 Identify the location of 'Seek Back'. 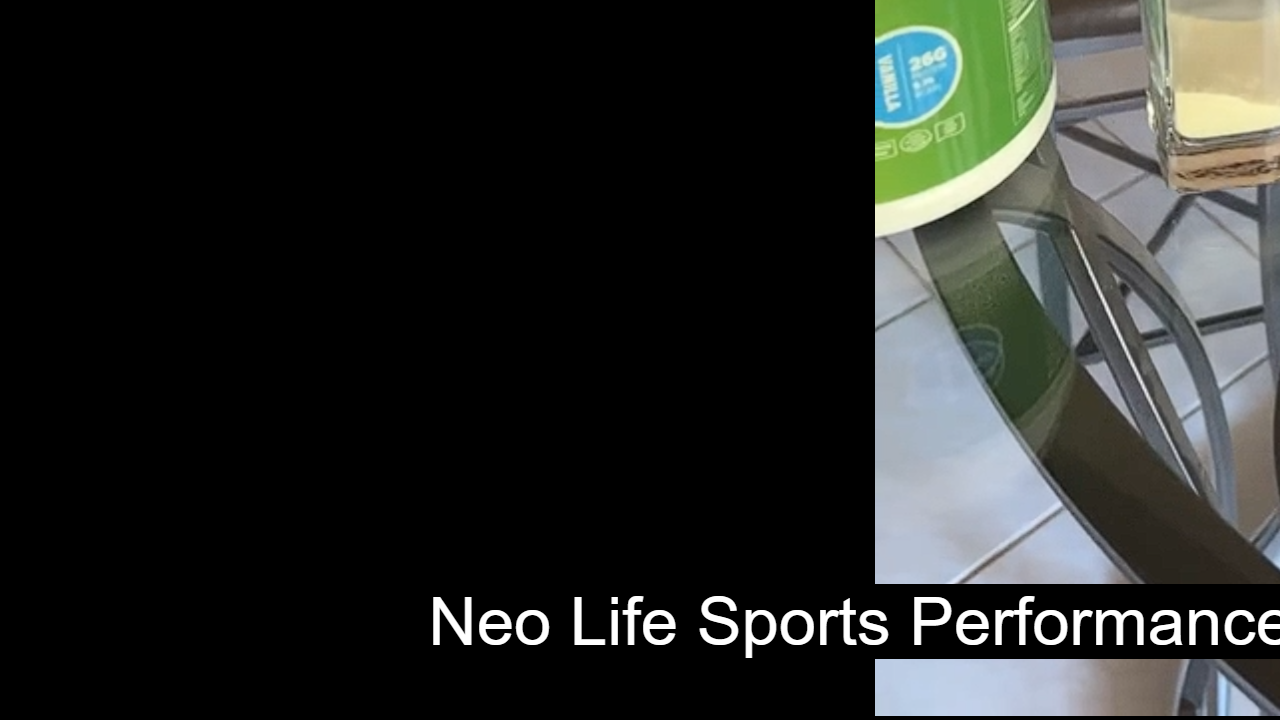
(69, 696).